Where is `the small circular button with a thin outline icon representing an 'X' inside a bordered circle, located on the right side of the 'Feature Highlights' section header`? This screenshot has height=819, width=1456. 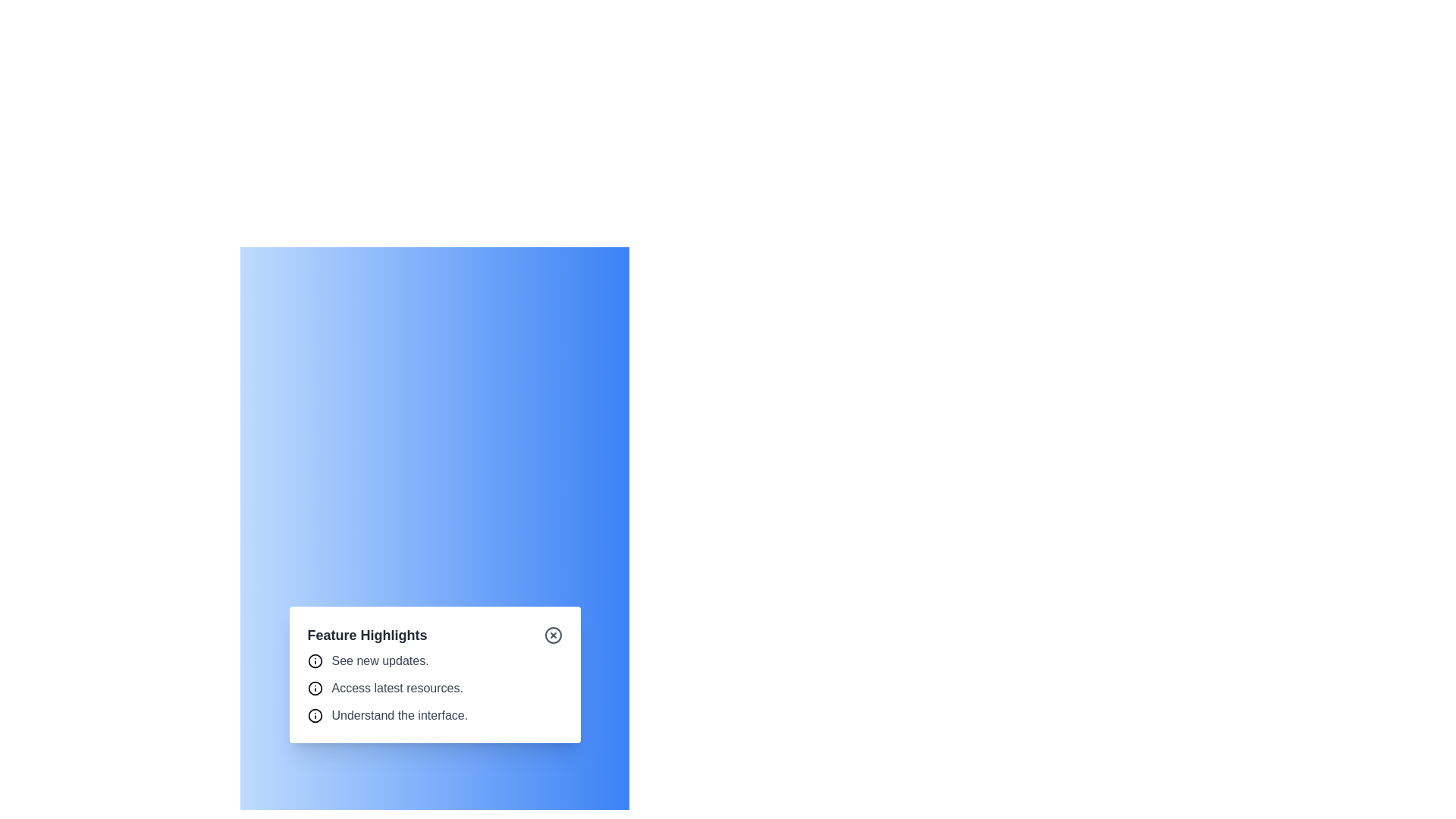 the small circular button with a thin outline icon representing an 'X' inside a bordered circle, located on the right side of the 'Feature Highlights' section header is located at coordinates (552, 635).